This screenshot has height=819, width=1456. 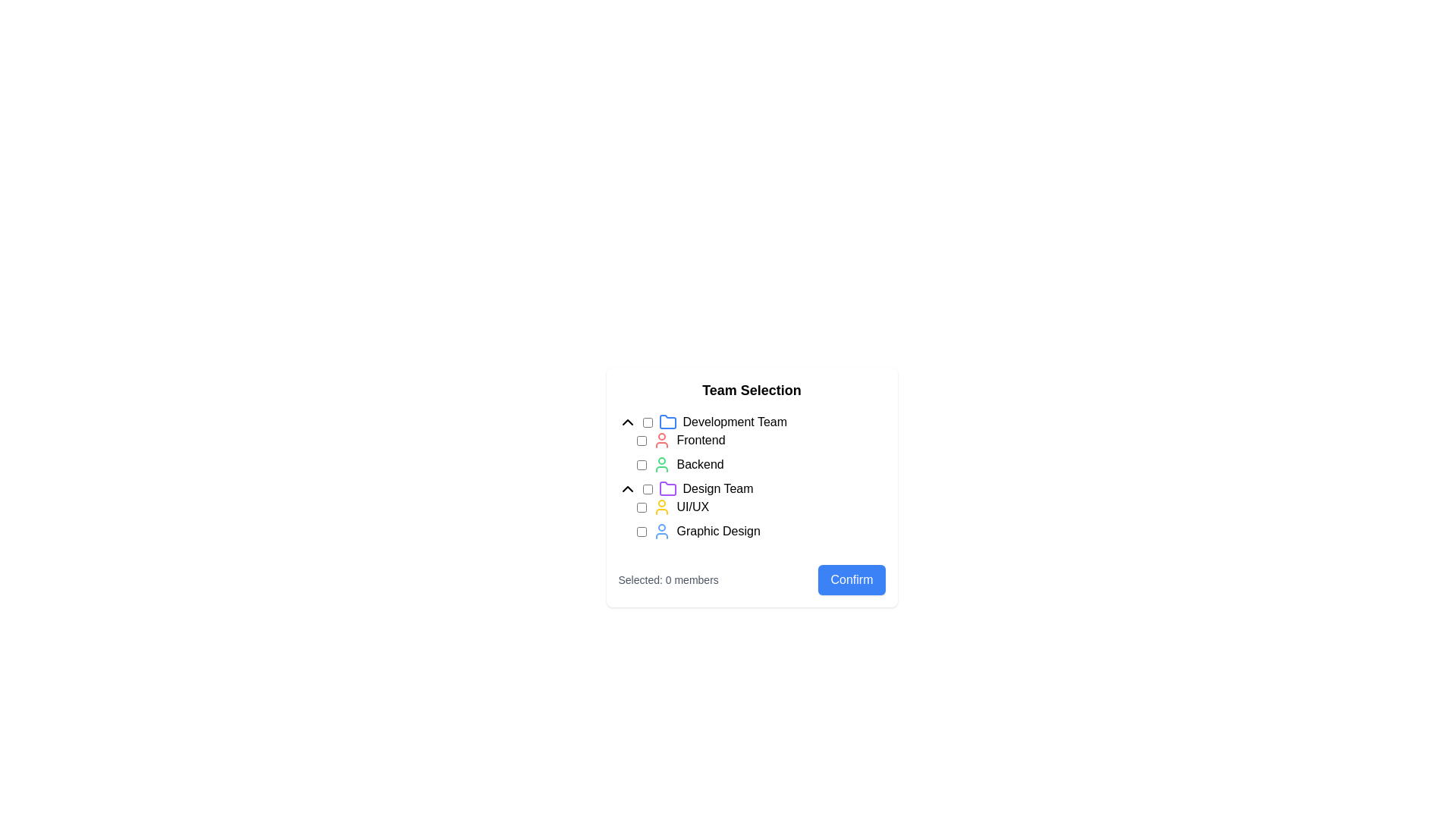 What do you see at coordinates (752, 475) in the screenshot?
I see `the section with grouped selectable options for team categories and members in the 'Team Selection' card` at bounding box center [752, 475].